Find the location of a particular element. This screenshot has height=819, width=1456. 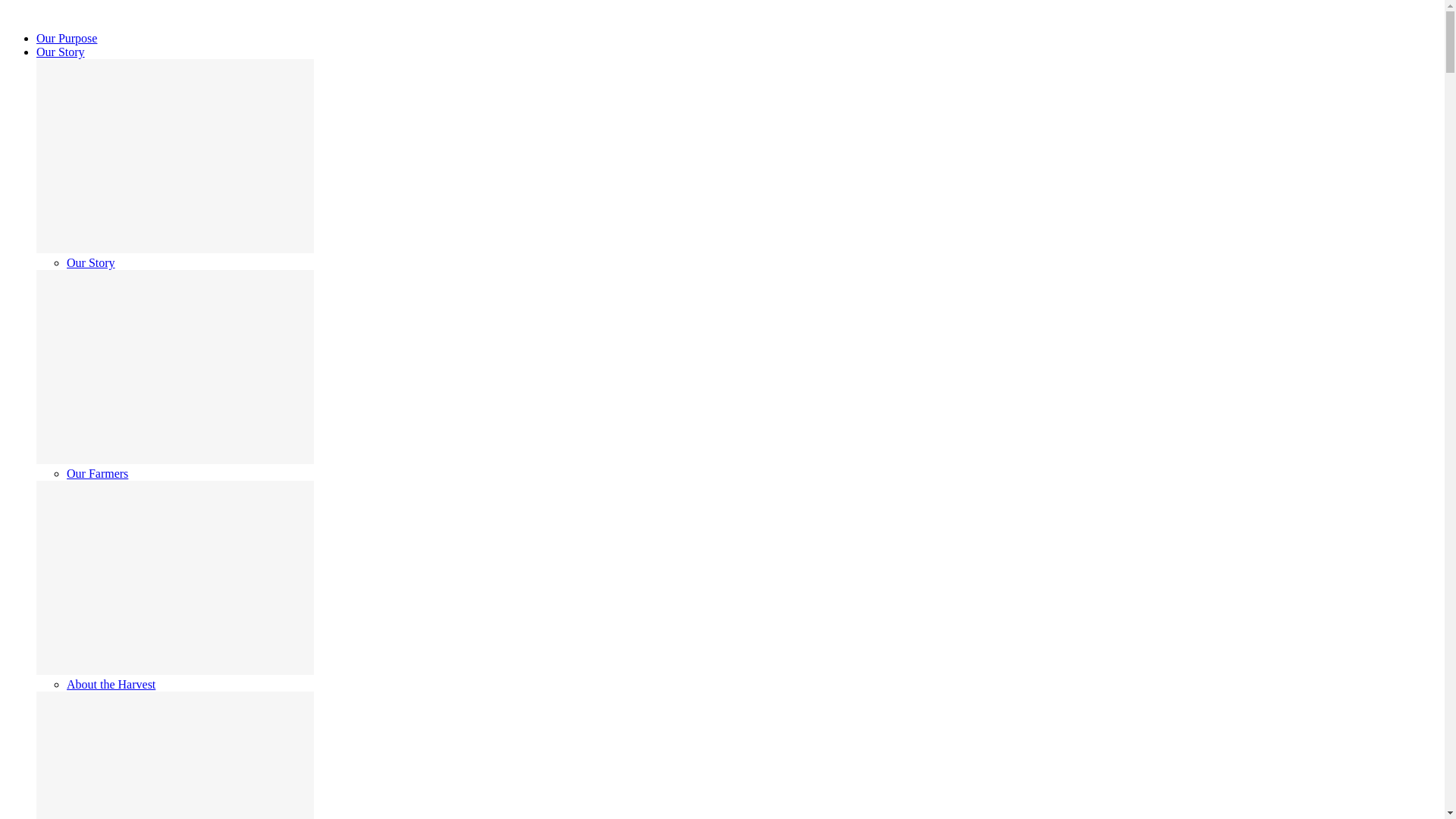

'Our Purpose' is located at coordinates (65, 37).